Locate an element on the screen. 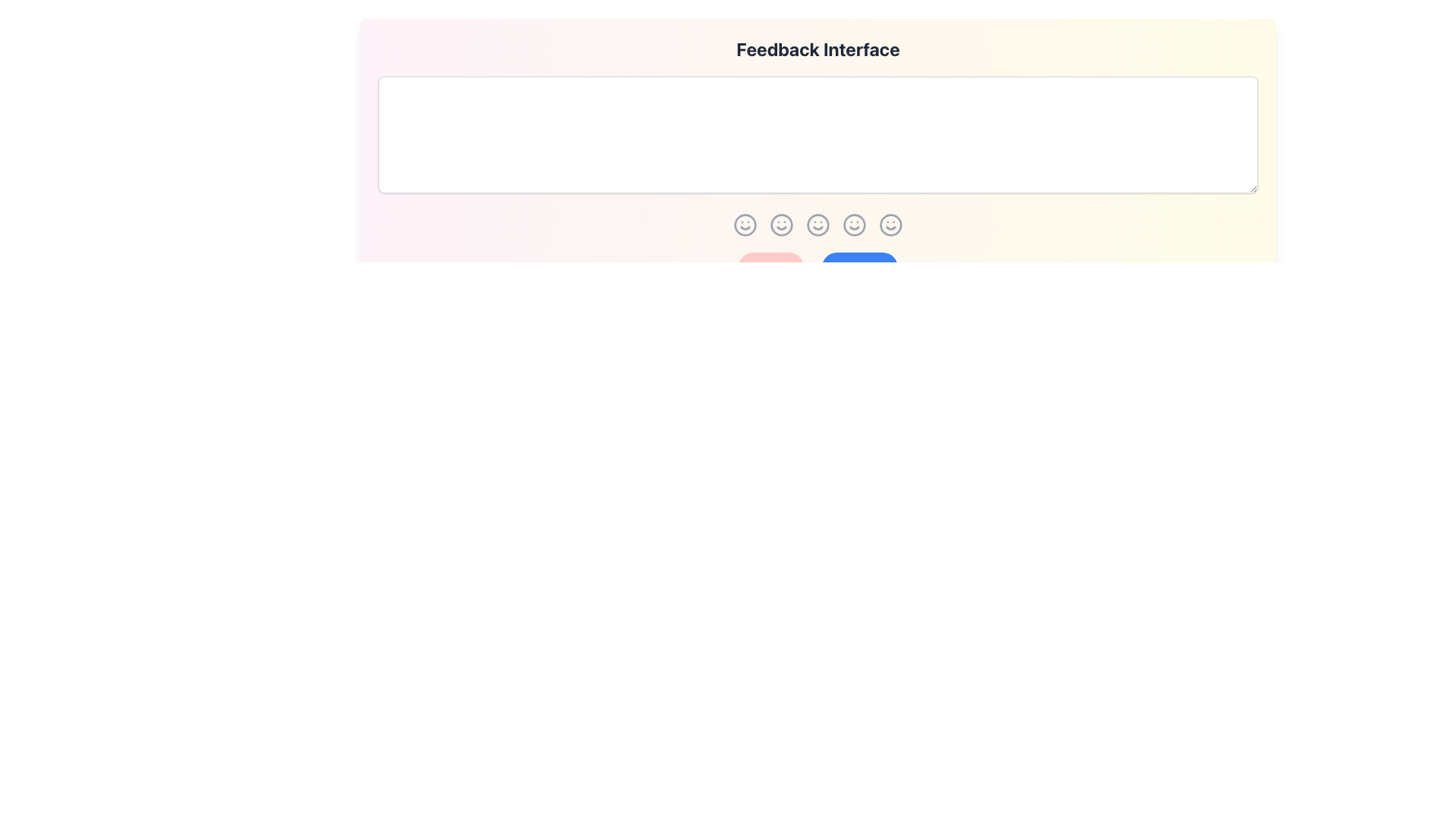 This screenshot has width=1456, height=819. the circular graphical element representing the nose of the smiley face, which is part of the second icon in the row of smiley face icons under the 'Feedback Interface' text box is located at coordinates (782, 225).